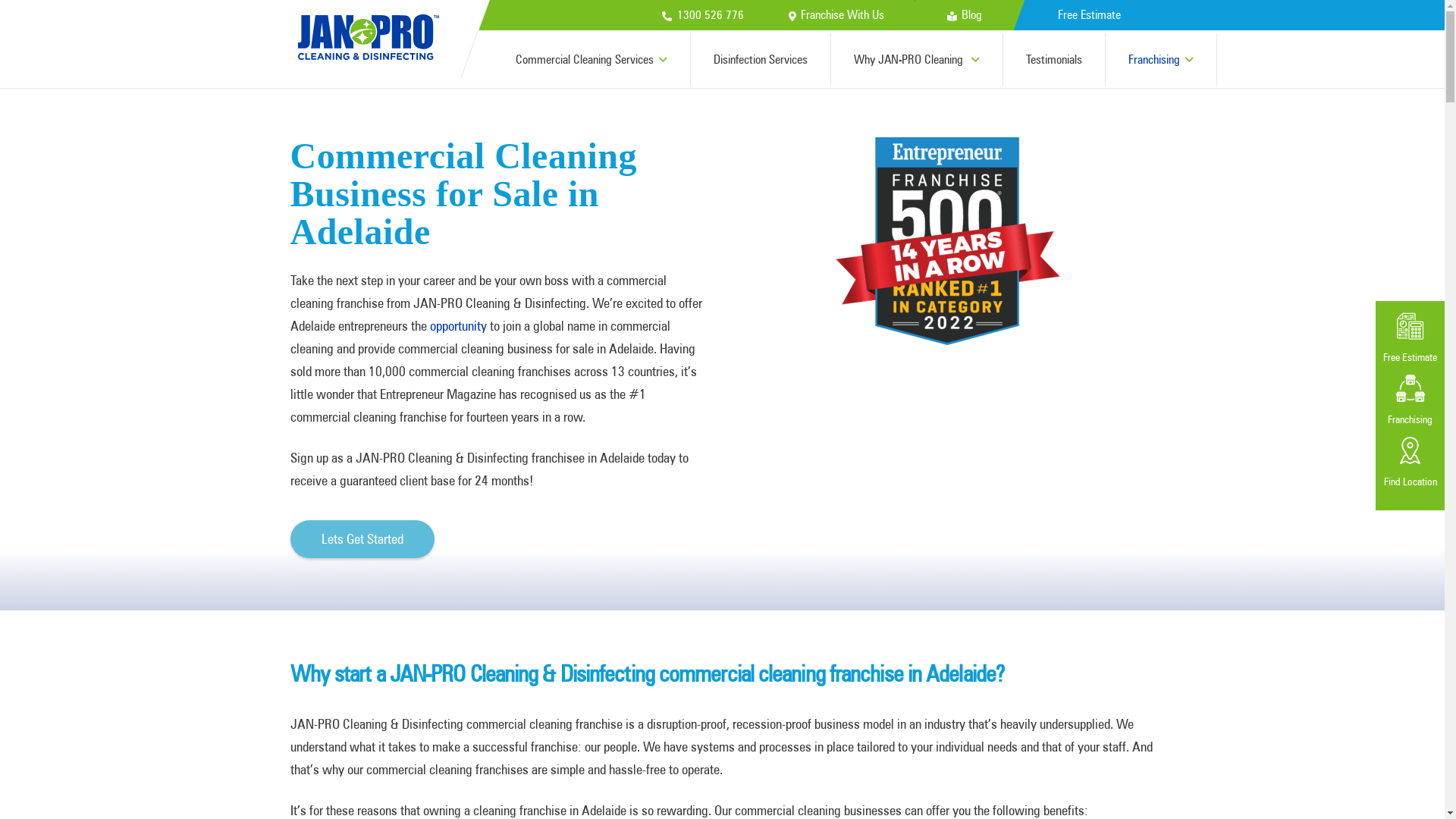 This screenshot has height=819, width=1456. What do you see at coordinates (1087, 14) in the screenshot?
I see `'Free Estimate'` at bounding box center [1087, 14].